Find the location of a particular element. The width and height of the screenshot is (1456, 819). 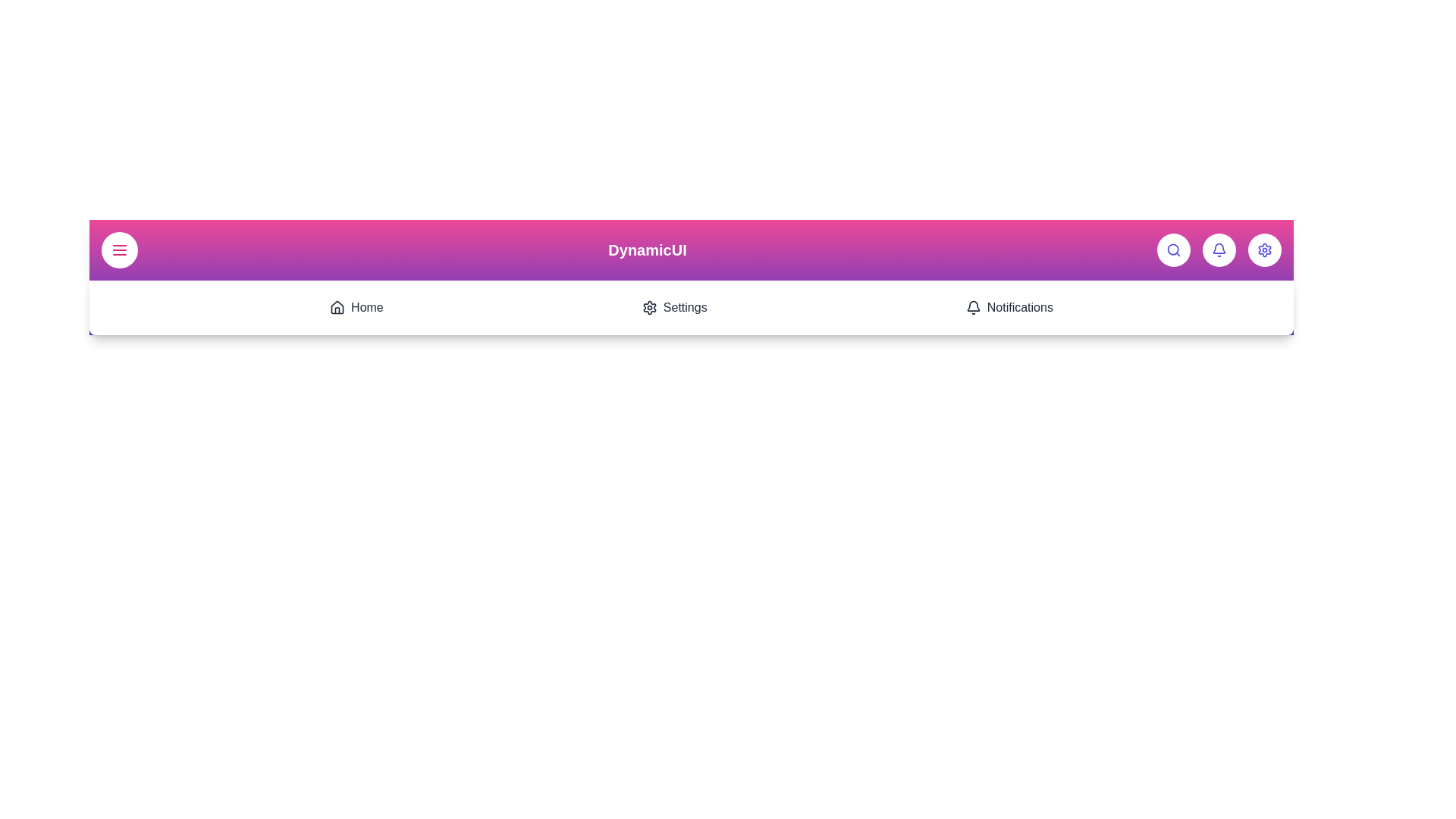

the 'Settings' menu item is located at coordinates (683, 307).